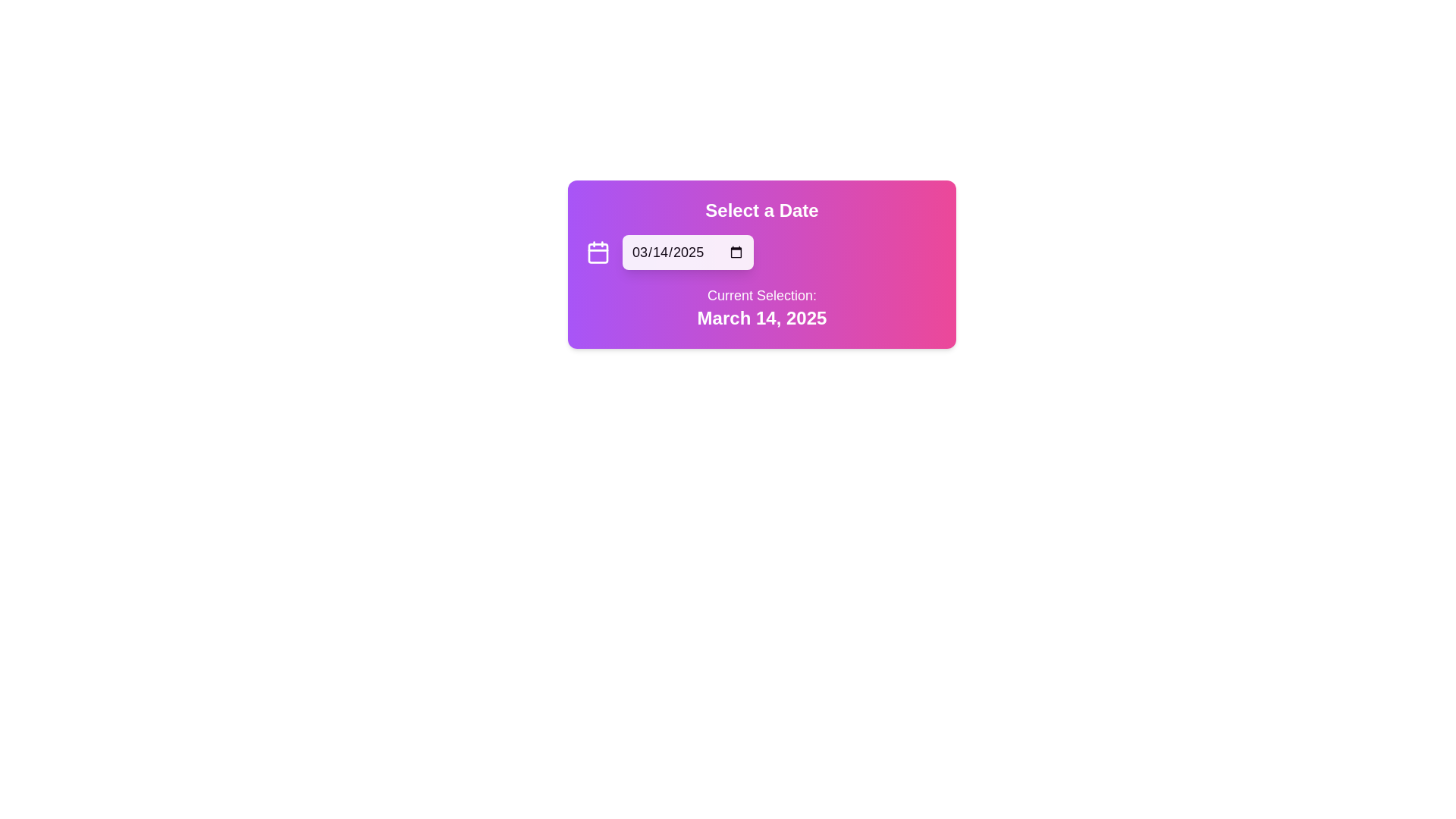  What do you see at coordinates (597, 251) in the screenshot?
I see `the appearance of the calendar icon, which is a white calendar icon with a square outline on a purple background, positioned to the left of the date input box and above the 'Current Selection' text` at bounding box center [597, 251].